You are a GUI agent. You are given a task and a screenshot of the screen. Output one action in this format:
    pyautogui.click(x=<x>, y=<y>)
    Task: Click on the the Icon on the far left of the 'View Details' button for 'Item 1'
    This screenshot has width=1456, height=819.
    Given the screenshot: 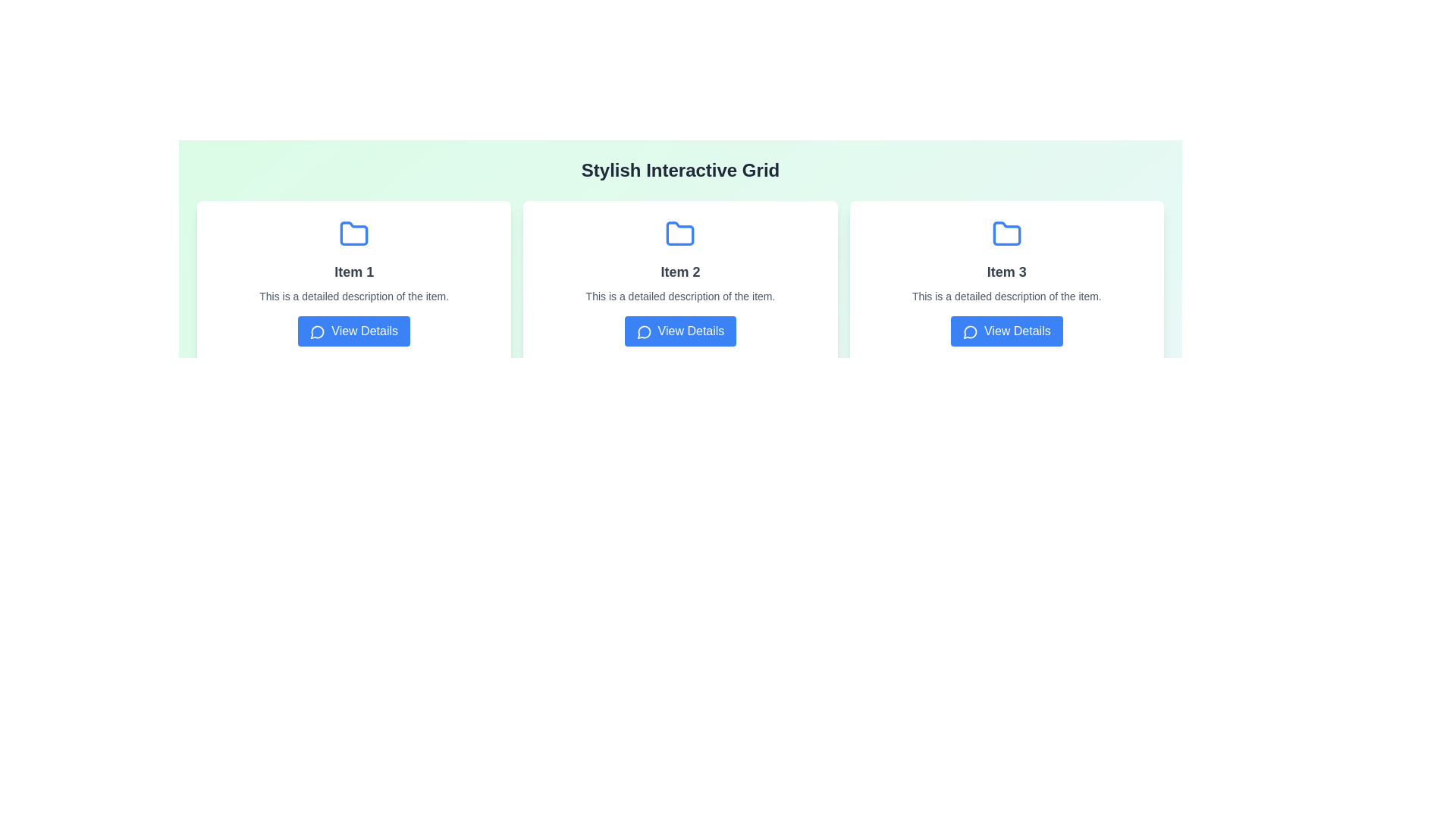 What is the action you would take?
    pyautogui.click(x=317, y=331)
    